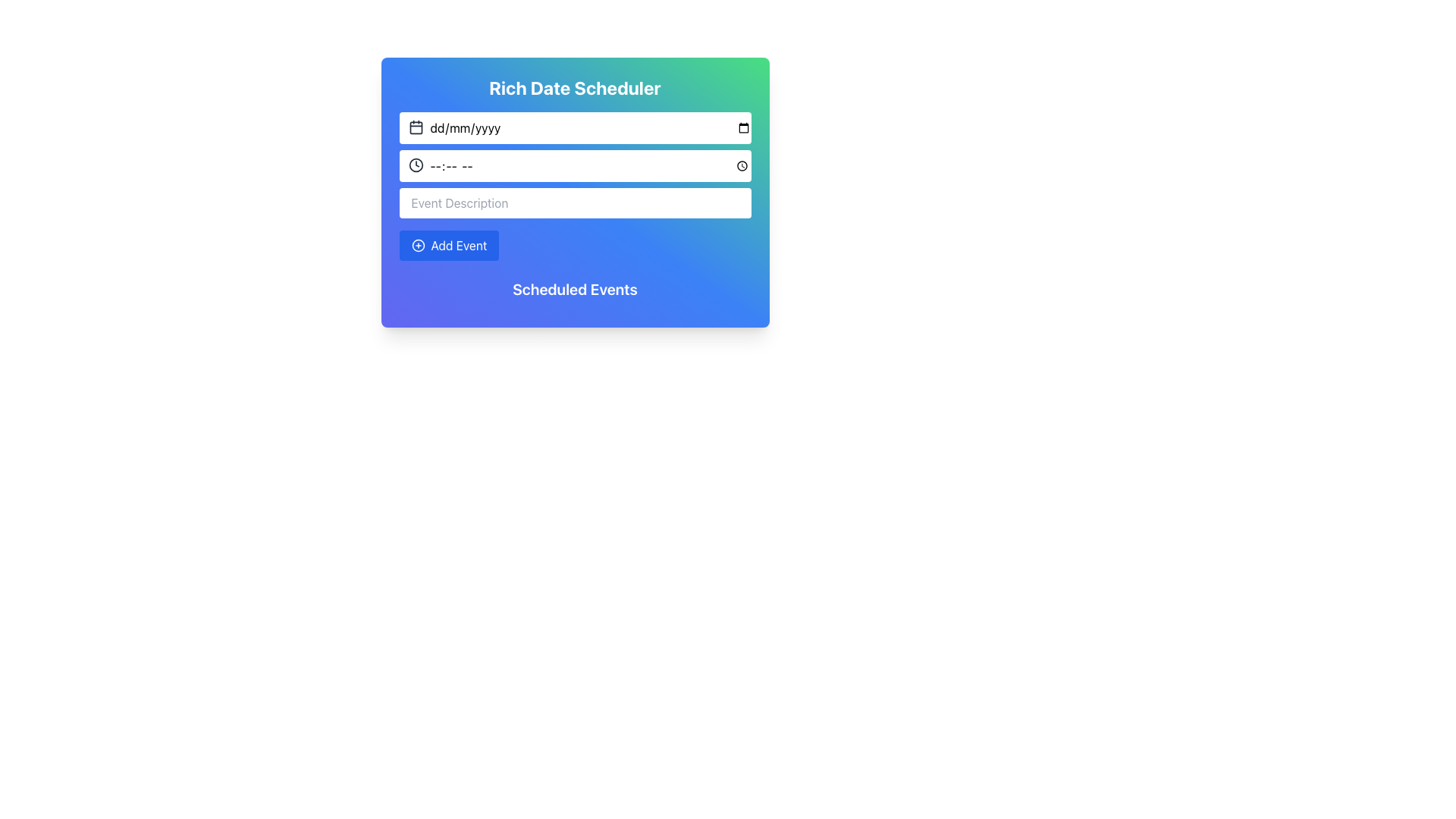  Describe the element at coordinates (416, 127) in the screenshot. I see `the calendar icon located to the left of the 'dd/mm/yyyy' input field, which features crisp black lines on a white background` at that location.